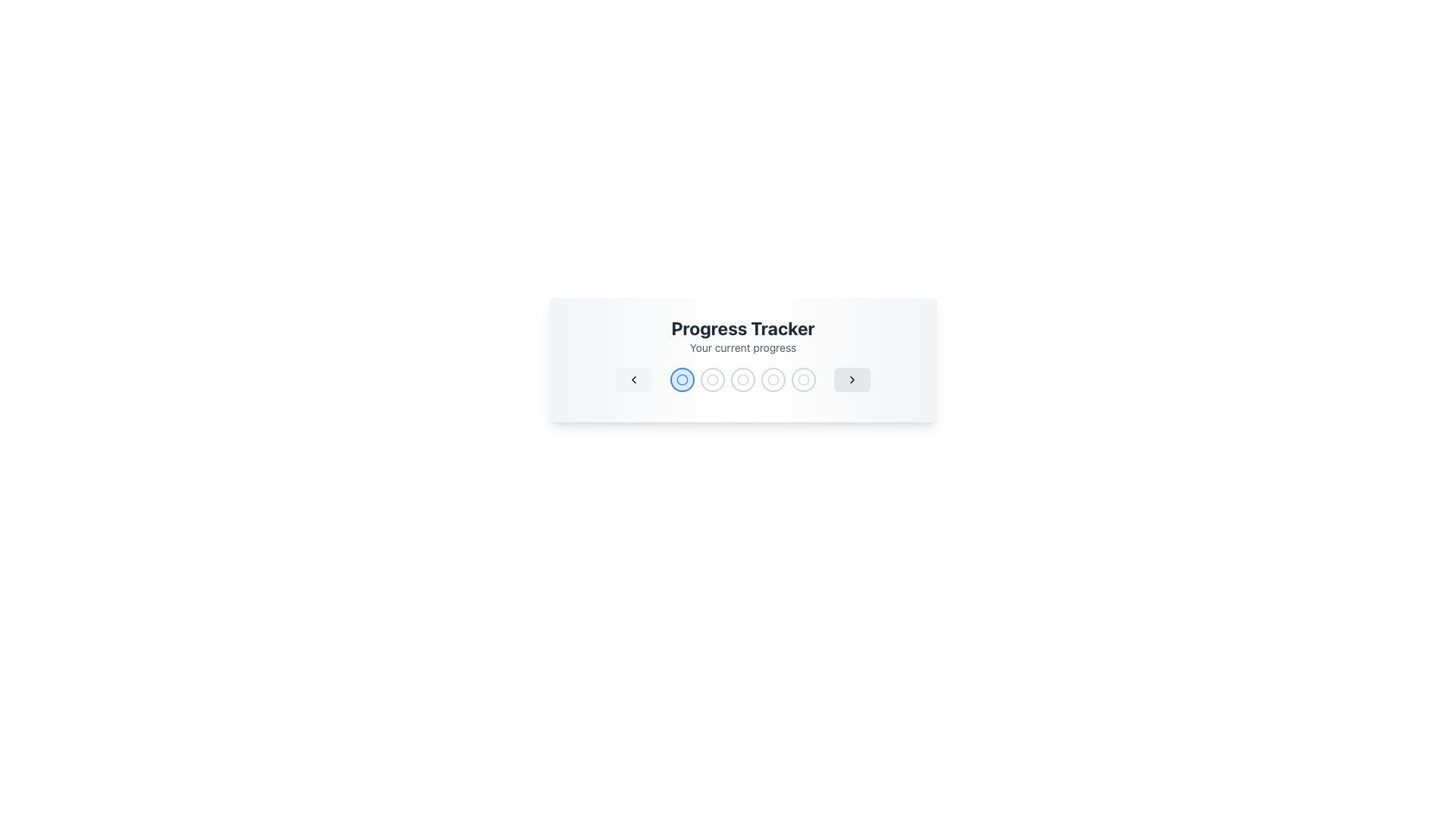  I want to click on the third clickable circle in the 'Progress Tracker - Your current progress', so click(742, 379).